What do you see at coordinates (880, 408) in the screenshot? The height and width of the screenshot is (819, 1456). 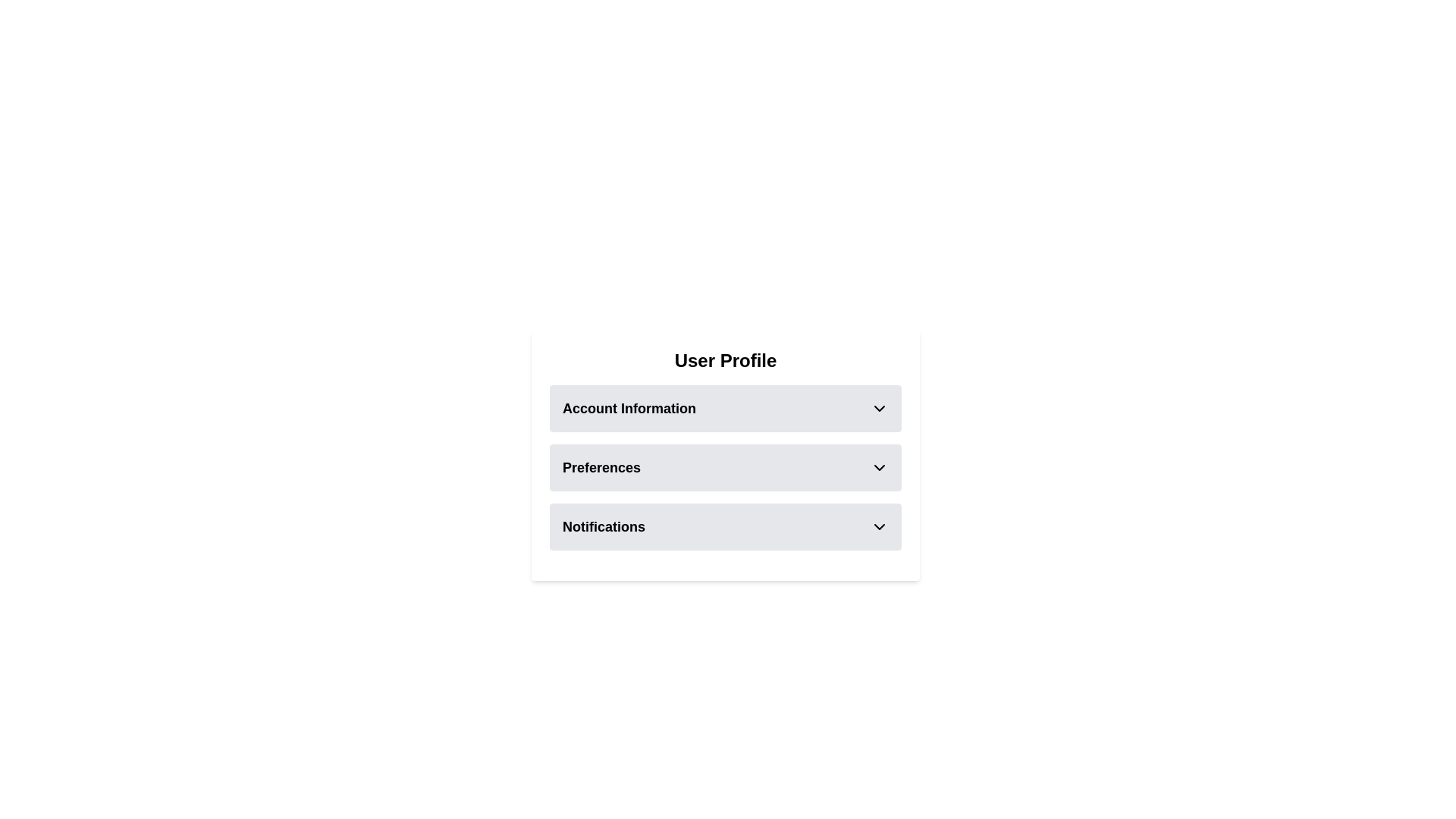 I see `the downward-pointing chevron icon next to 'Account Information'` at bounding box center [880, 408].